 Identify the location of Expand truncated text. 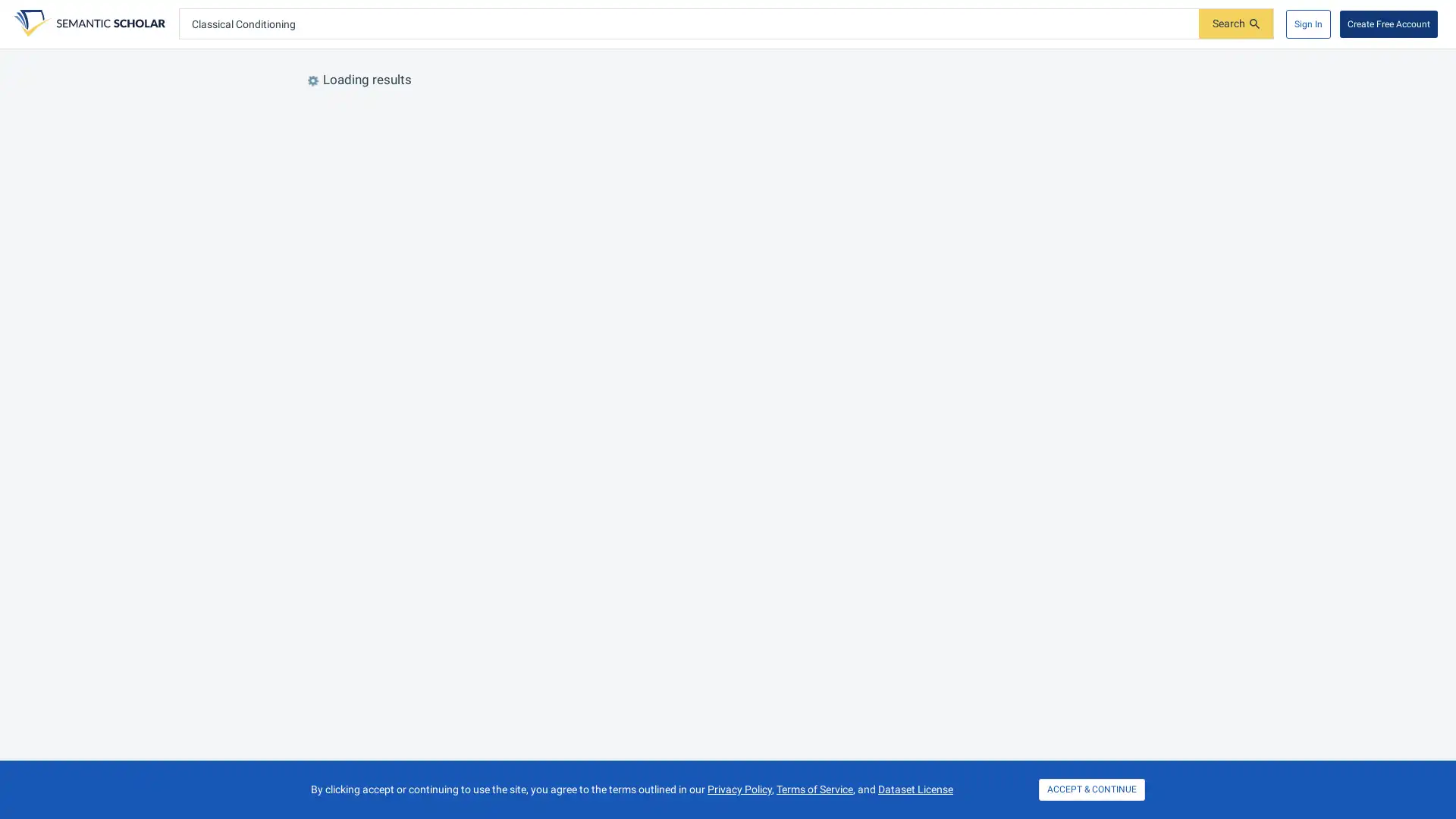
(618, 758).